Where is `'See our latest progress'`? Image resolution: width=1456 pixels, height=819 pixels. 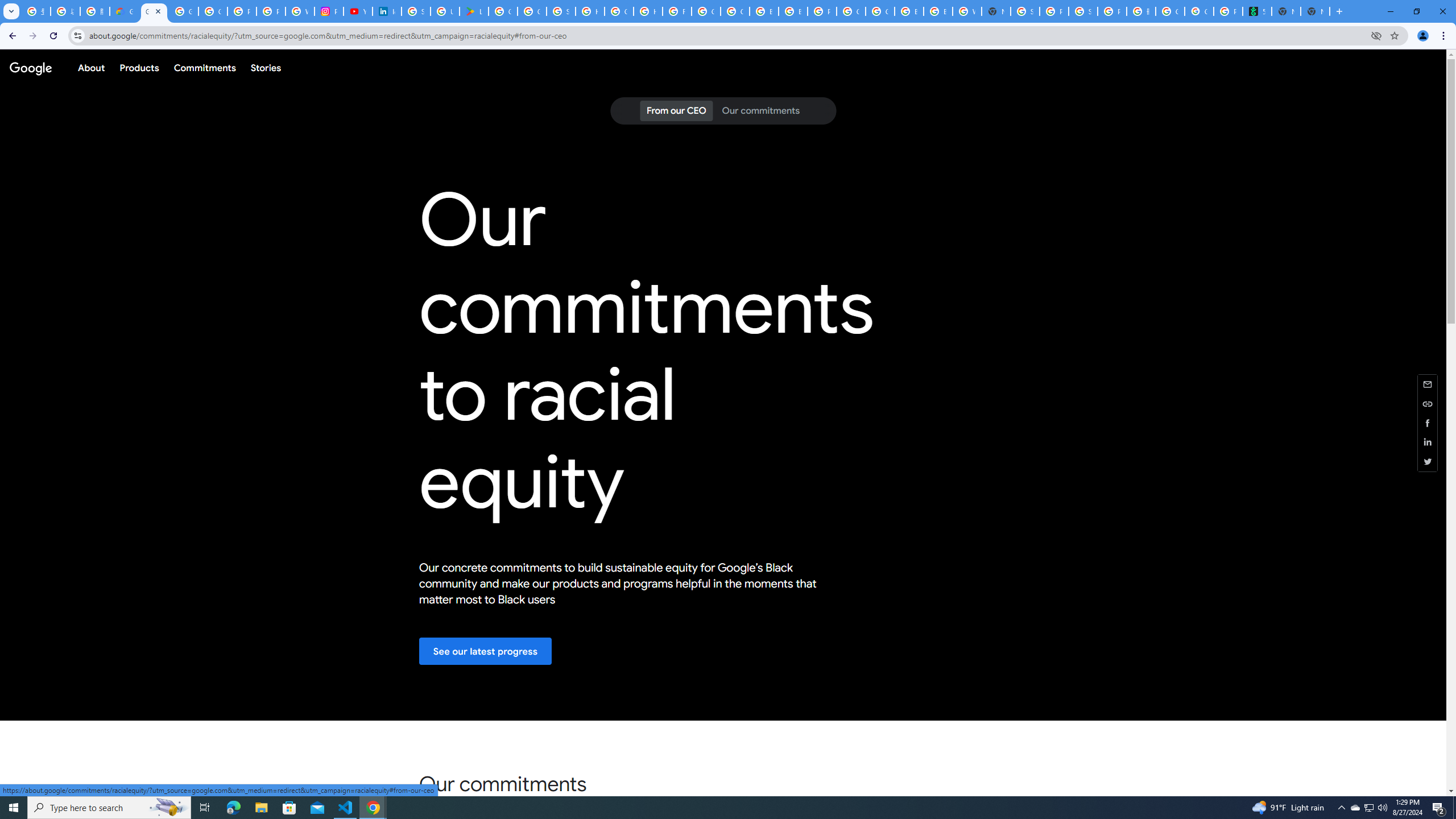 'See our latest progress' is located at coordinates (485, 651).